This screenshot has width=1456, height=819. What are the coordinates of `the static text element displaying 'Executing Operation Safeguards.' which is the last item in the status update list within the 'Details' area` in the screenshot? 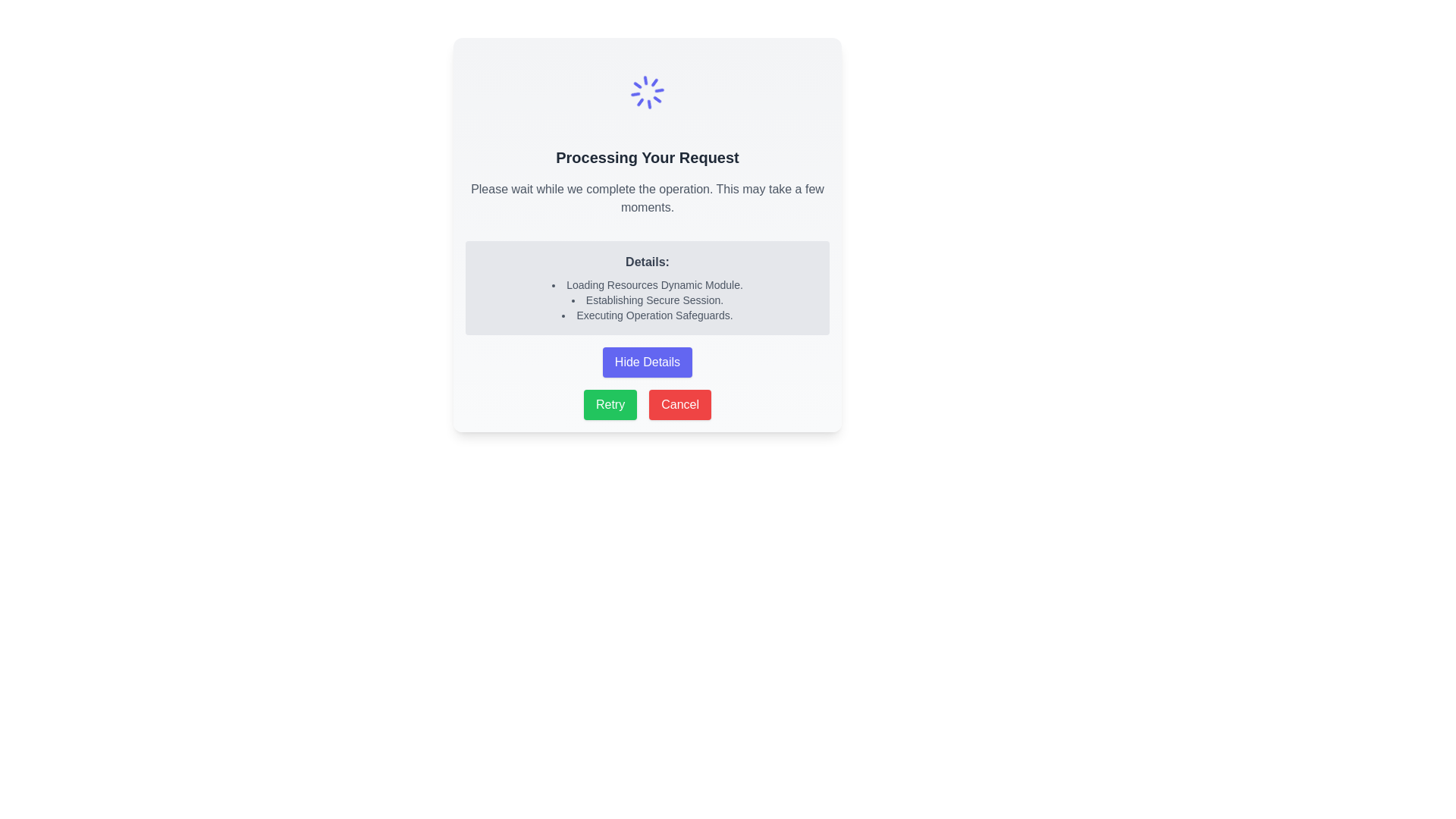 It's located at (648, 315).